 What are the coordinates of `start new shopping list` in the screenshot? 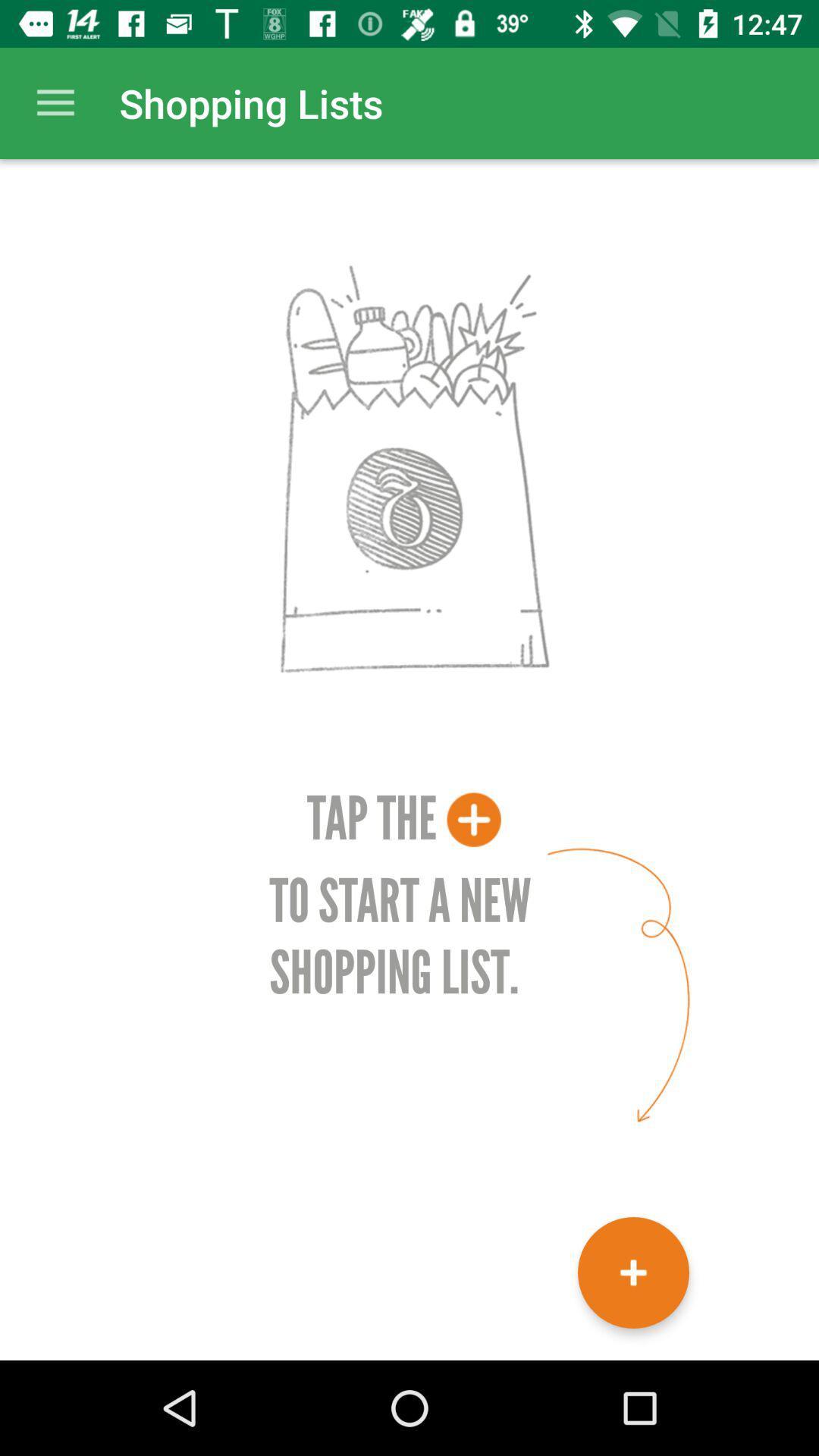 It's located at (633, 1272).